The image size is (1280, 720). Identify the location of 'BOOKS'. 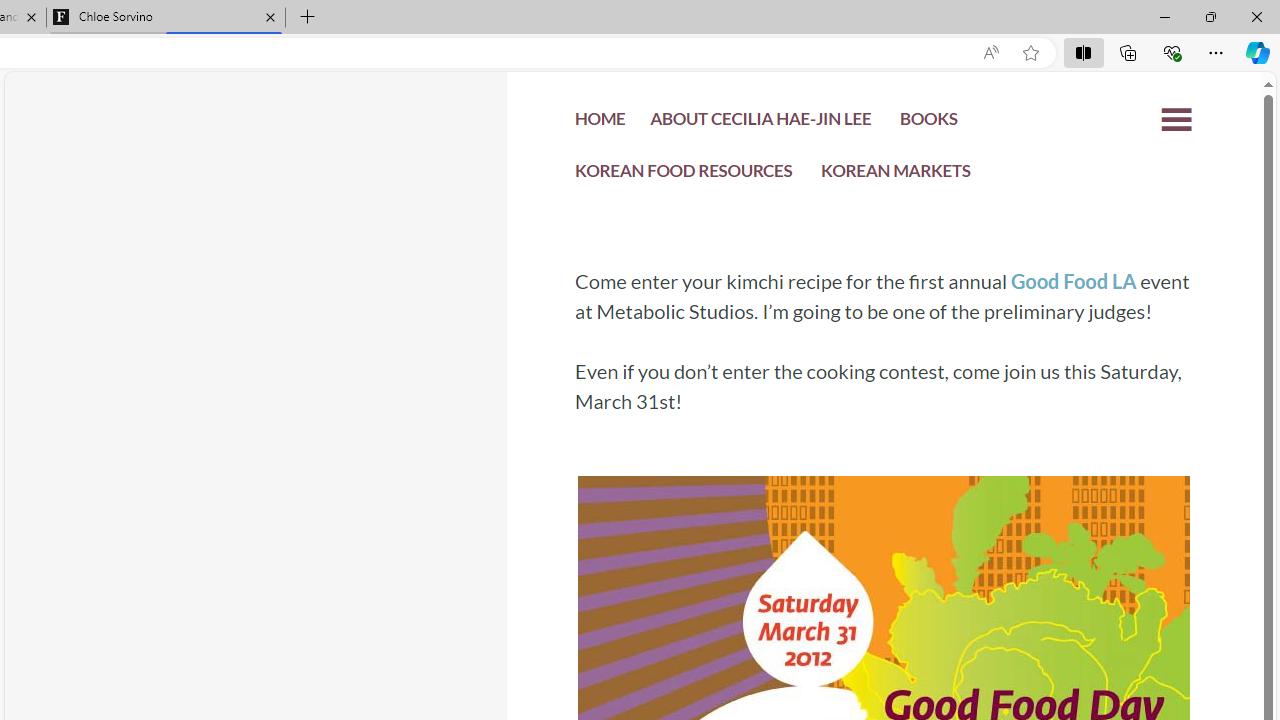
(927, 122).